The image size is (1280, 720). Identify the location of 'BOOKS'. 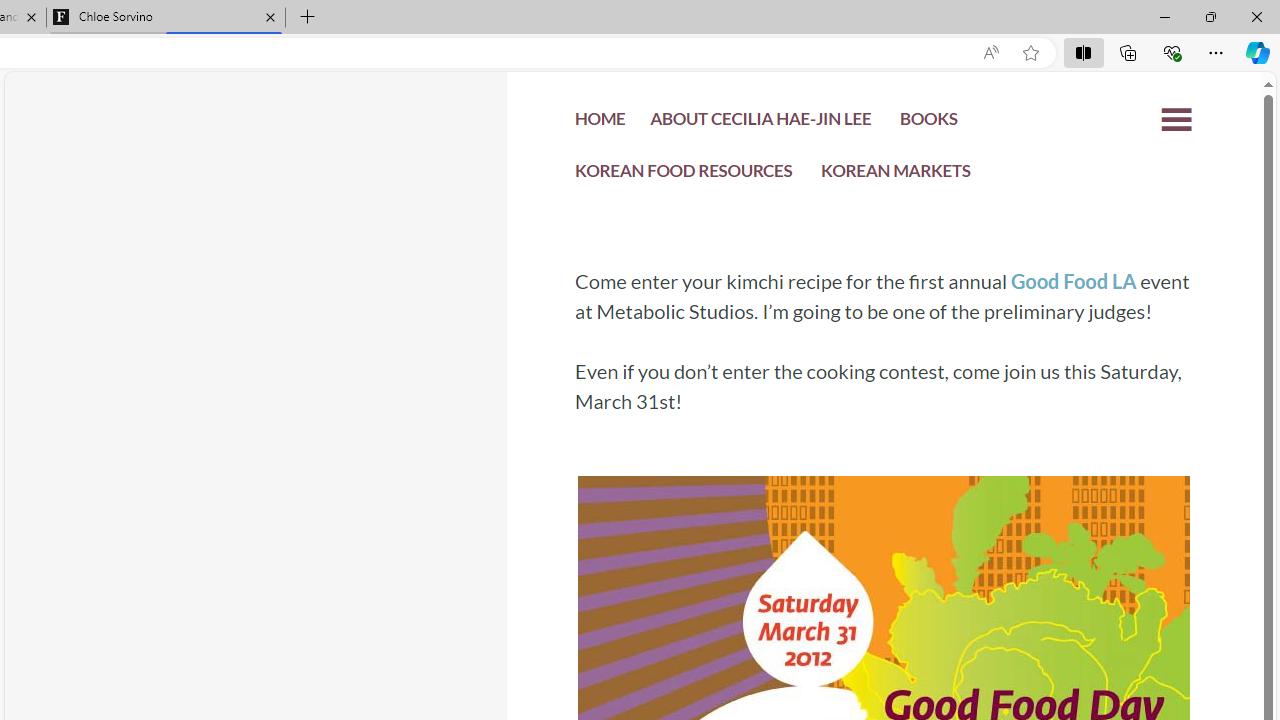
(927, 122).